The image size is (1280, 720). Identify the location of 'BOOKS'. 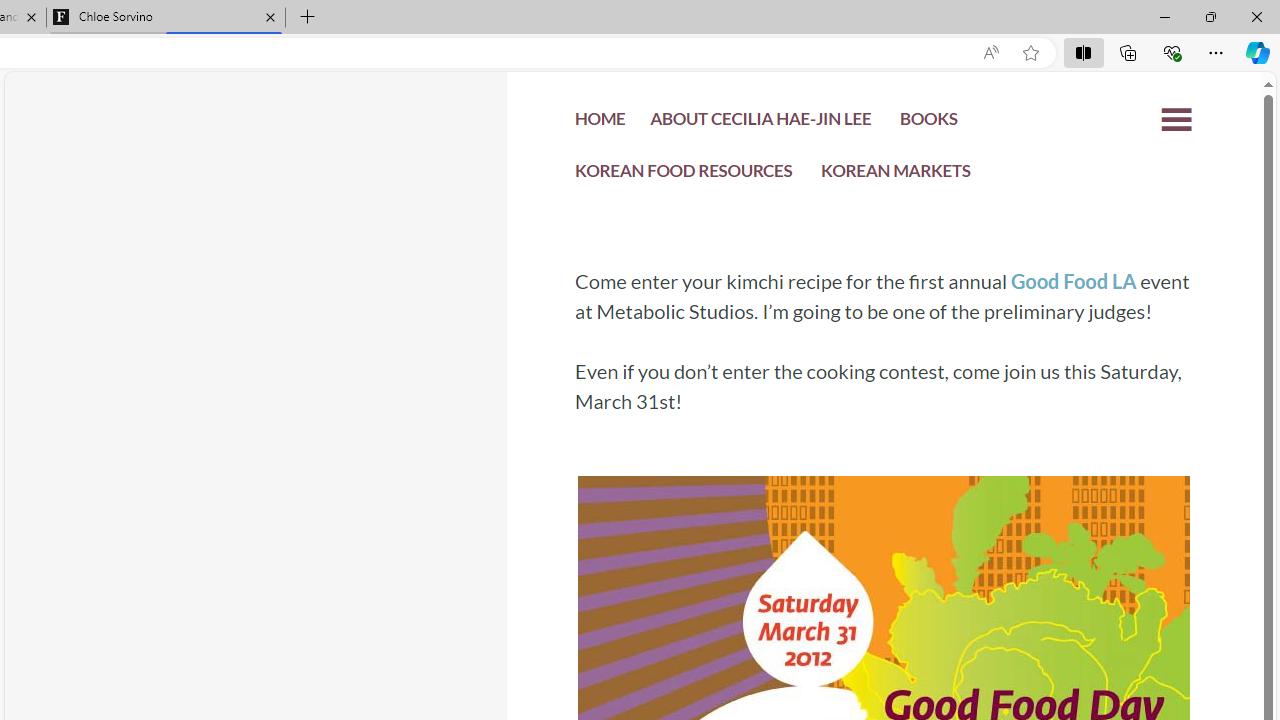
(927, 122).